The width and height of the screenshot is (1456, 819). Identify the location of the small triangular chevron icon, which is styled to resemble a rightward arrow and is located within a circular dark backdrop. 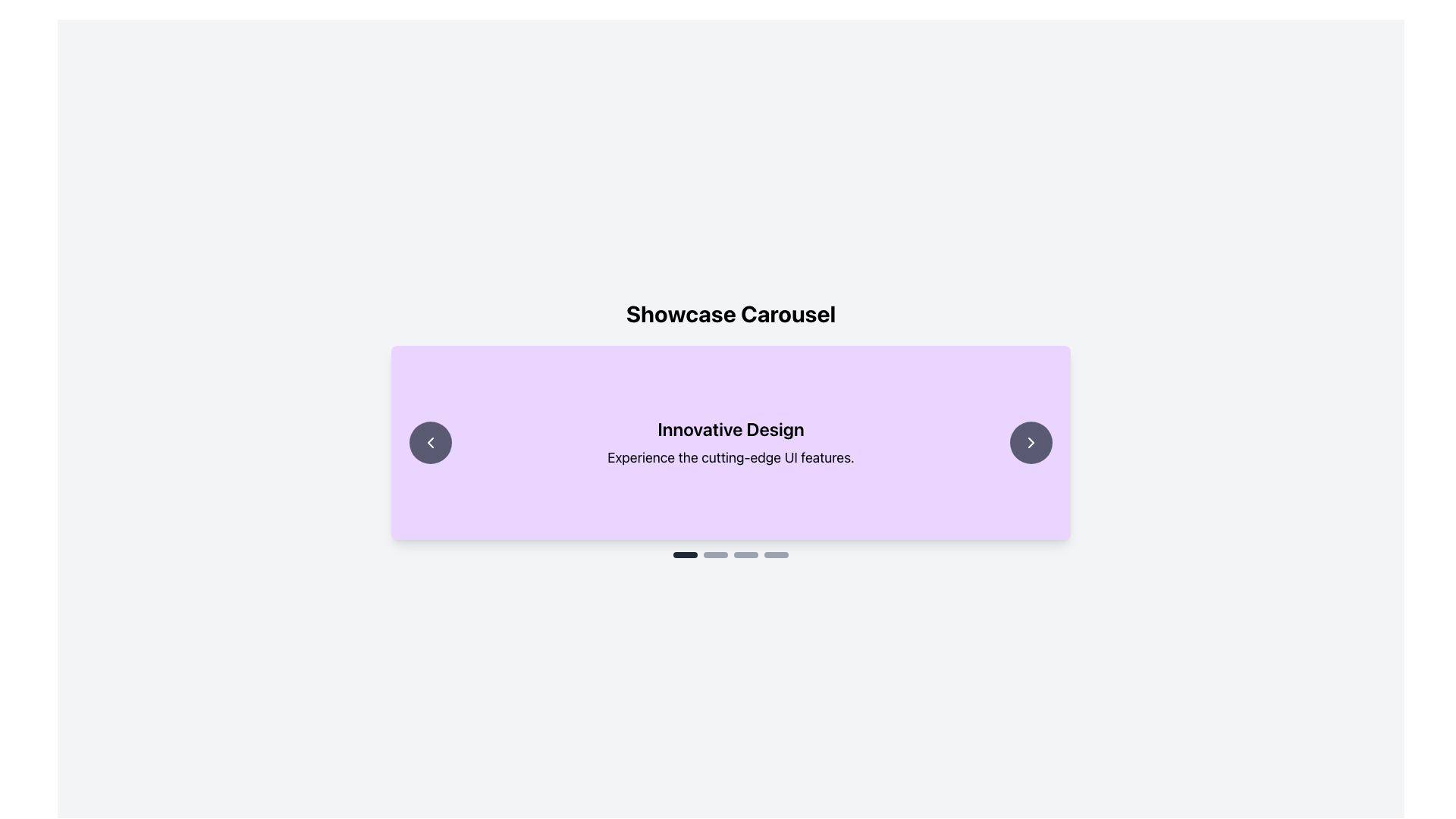
(1031, 442).